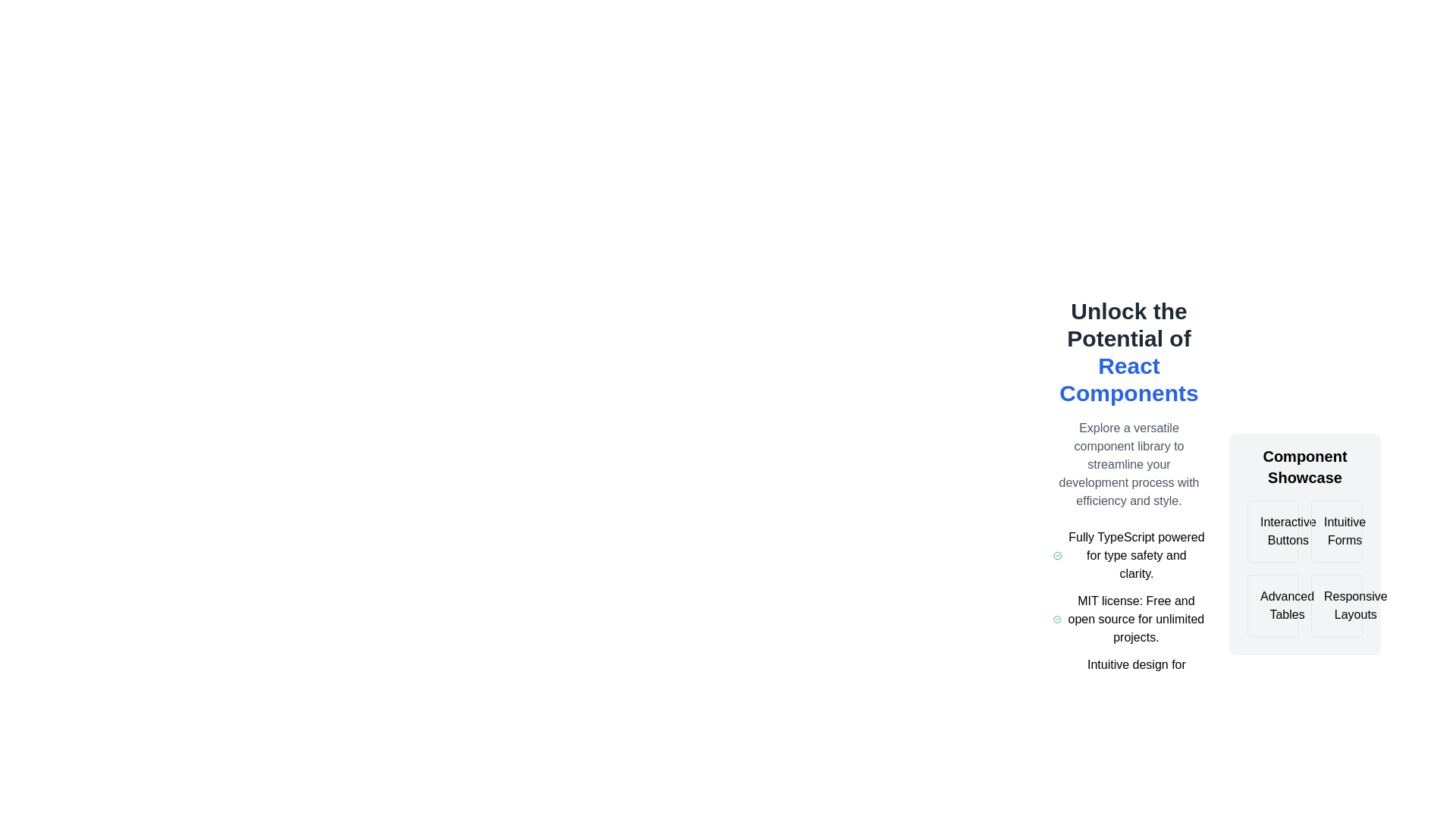 Image resolution: width=1456 pixels, height=819 pixels. What do you see at coordinates (1128, 620) in the screenshot?
I see `informational label about the software being free and open source under the MIT license, which is the second item in a vertical group of informational points` at bounding box center [1128, 620].